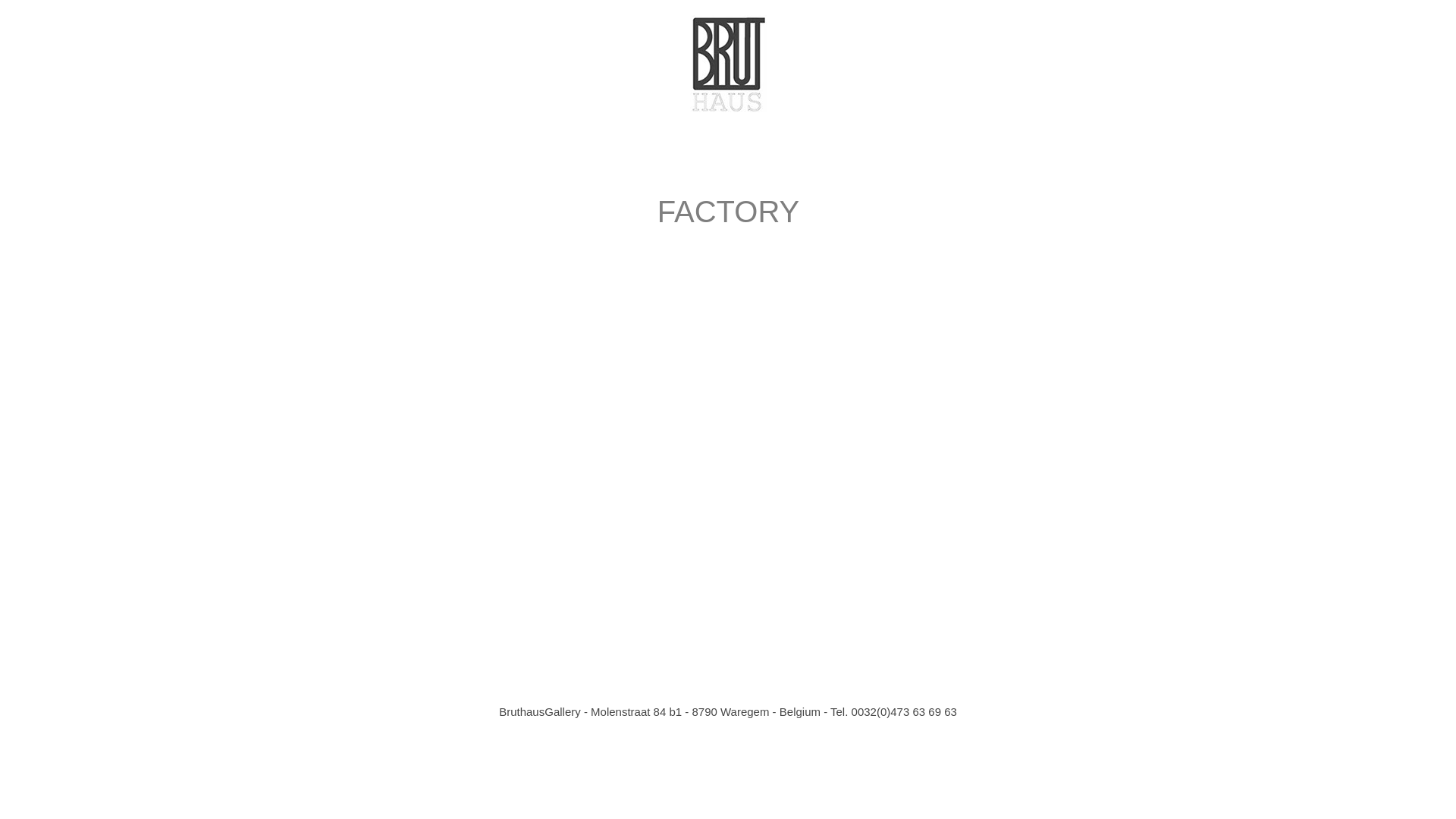 The height and width of the screenshot is (819, 1456). Describe the element at coordinates (689, 63) in the screenshot. I see `'Bruthaus logo'` at that location.